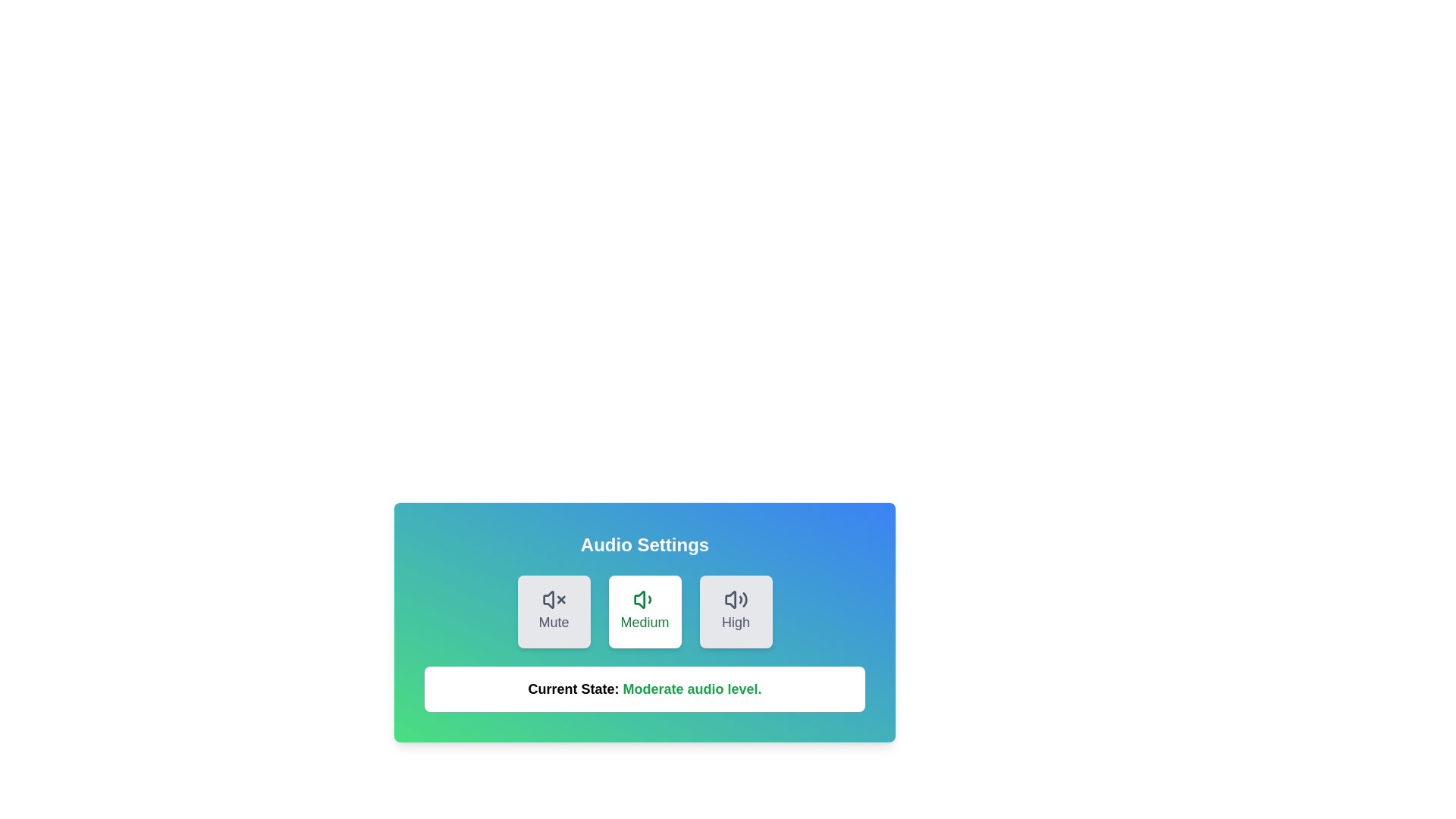 Image resolution: width=1456 pixels, height=819 pixels. What do you see at coordinates (736, 610) in the screenshot?
I see `the button corresponding to the desired volume level: High` at bounding box center [736, 610].